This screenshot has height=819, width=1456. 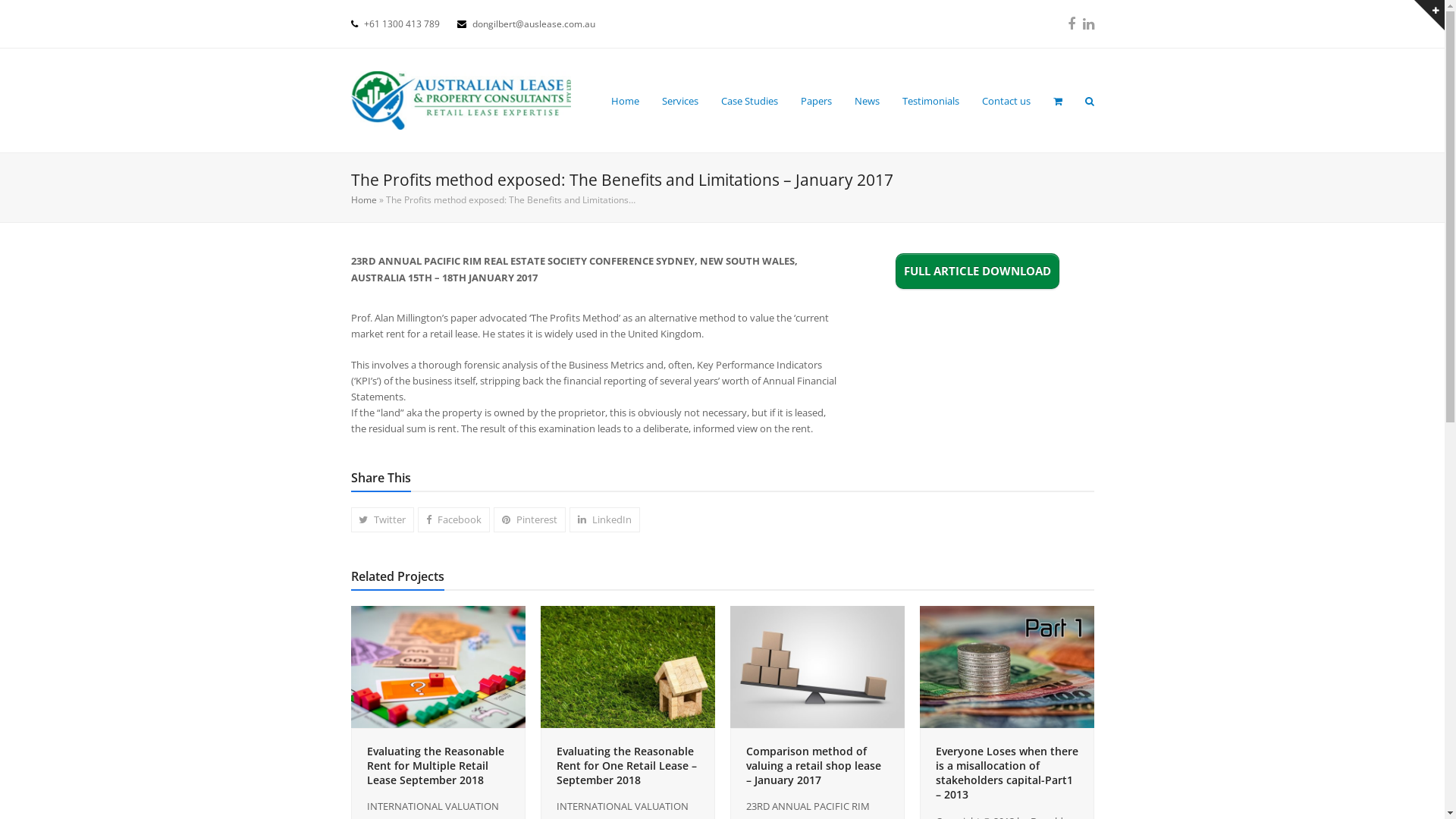 I want to click on 'Case Studies', so click(x=749, y=100).